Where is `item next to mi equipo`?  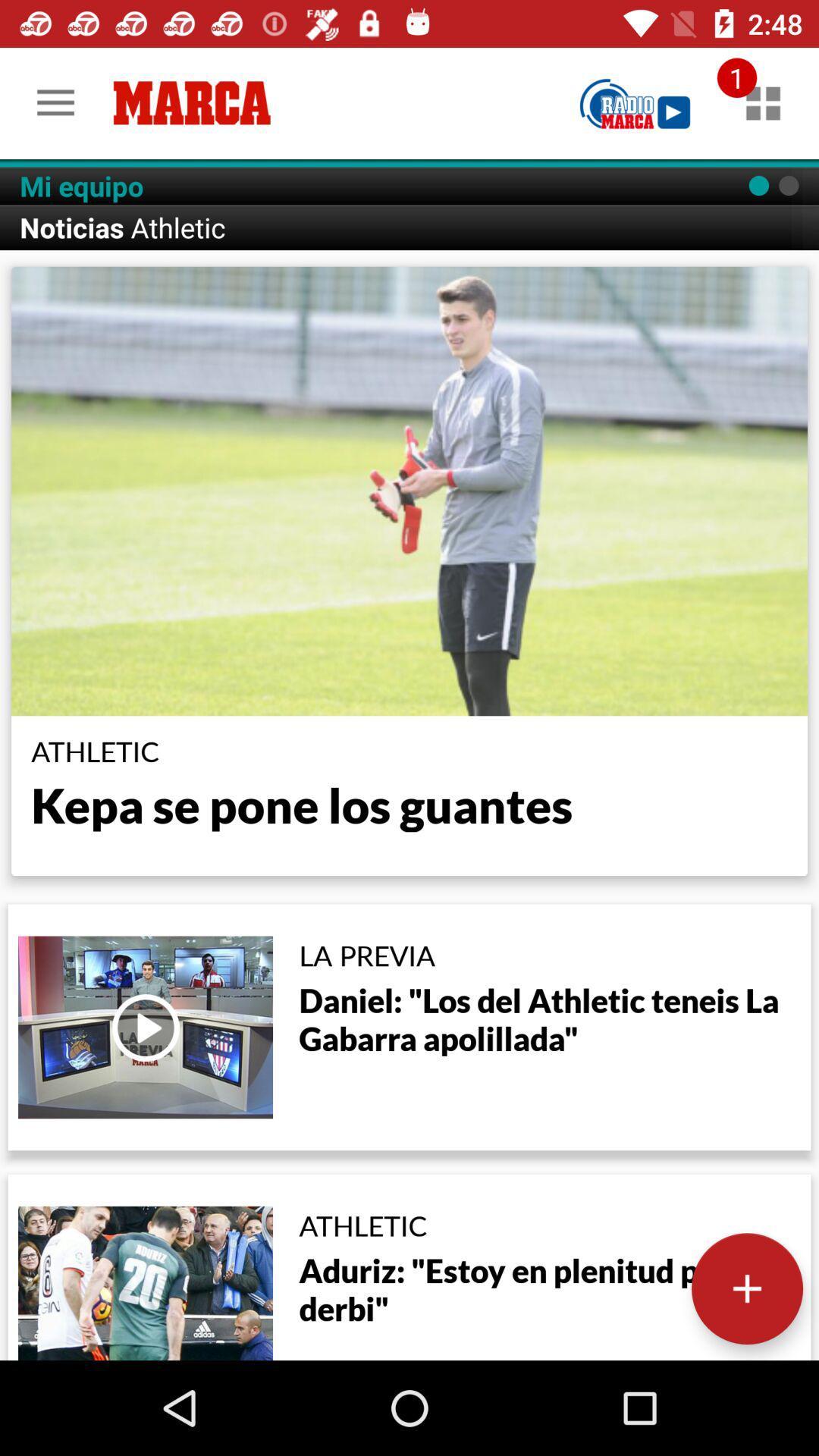 item next to mi equipo is located at coordinates (635, 102).